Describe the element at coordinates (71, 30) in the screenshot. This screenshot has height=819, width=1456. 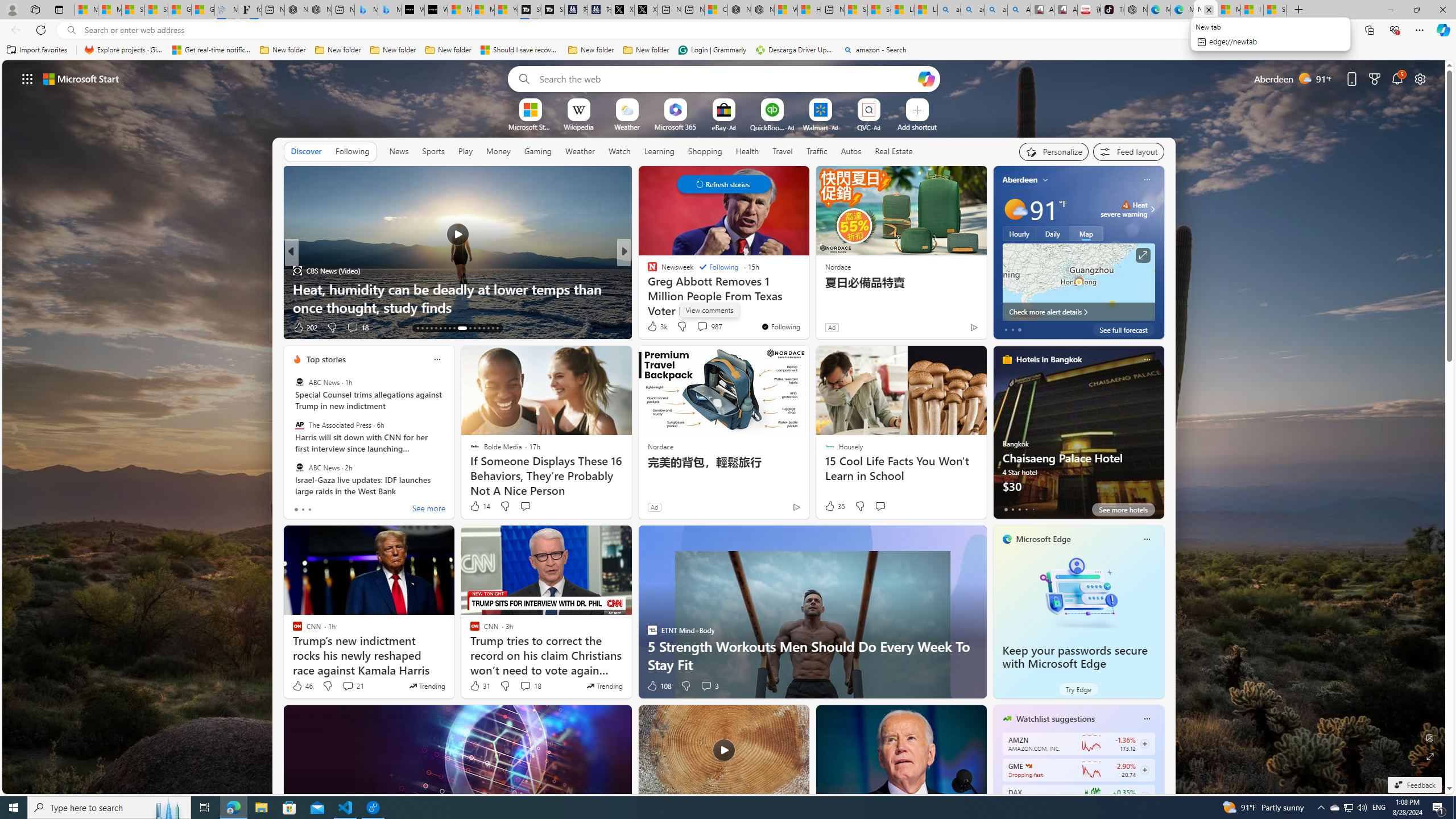
I see `'Search icon'` at that location.